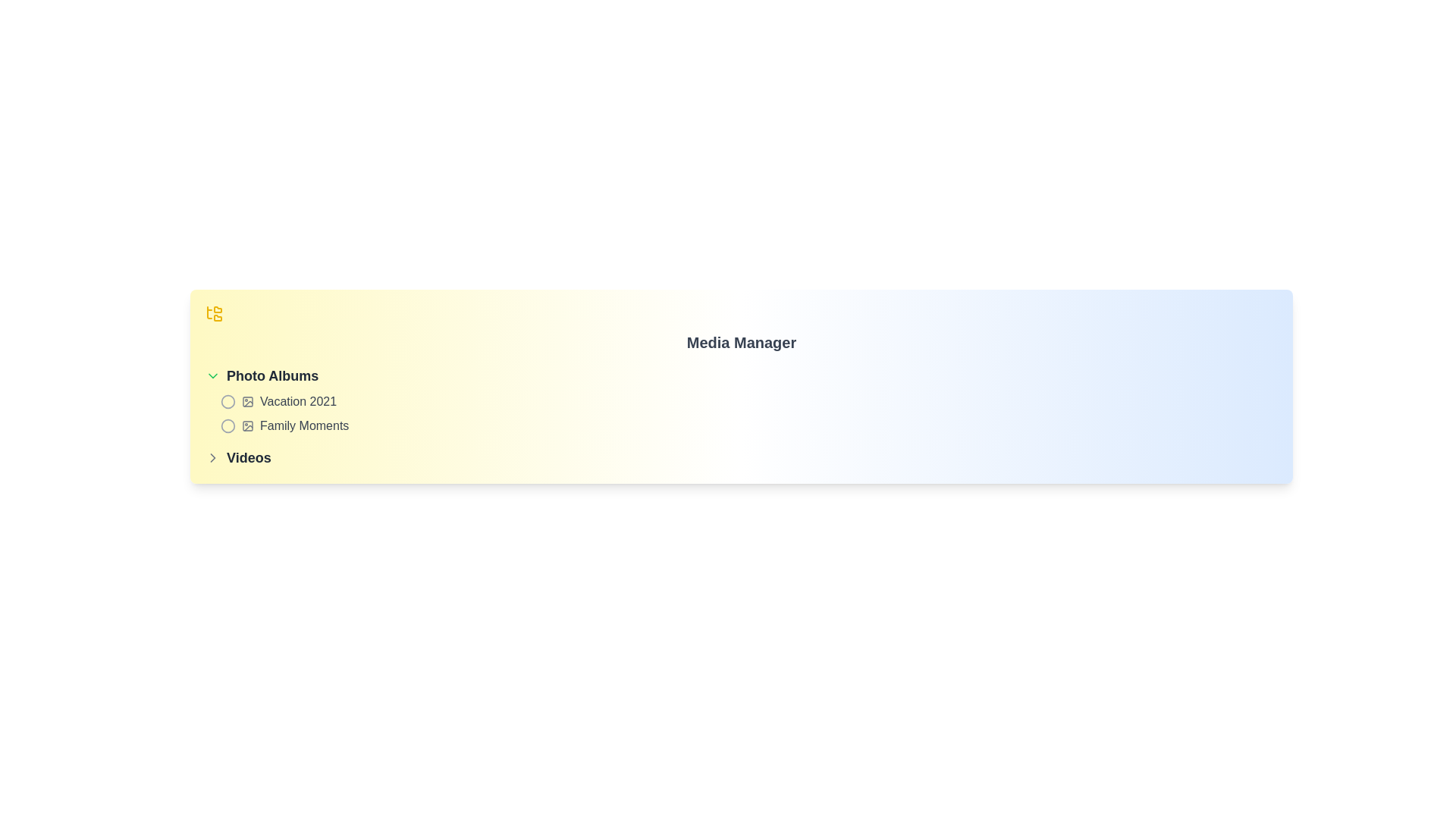 Image resolution: width=1456 pixels, height=819 pixels. Describe the element at coordinates (272, 375) in the screenshot. I see `the 'Photo Albums' text label, which is styled in bold, large font with gray-black color on a yellow background, located in the upper section of the navigation menu` at that location.